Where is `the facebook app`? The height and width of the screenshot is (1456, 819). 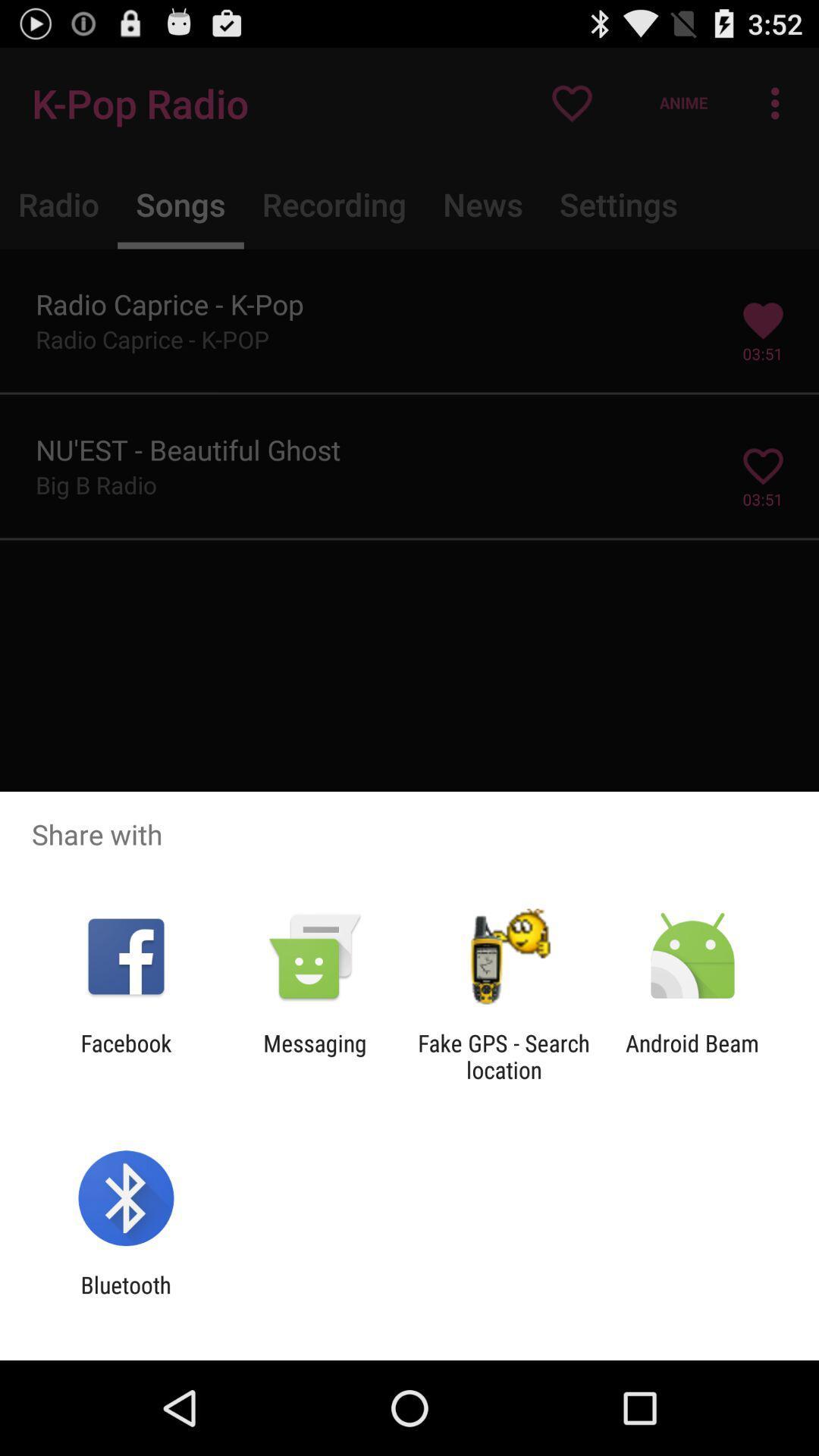 the facebook app is located at coordinates (125, 1056).